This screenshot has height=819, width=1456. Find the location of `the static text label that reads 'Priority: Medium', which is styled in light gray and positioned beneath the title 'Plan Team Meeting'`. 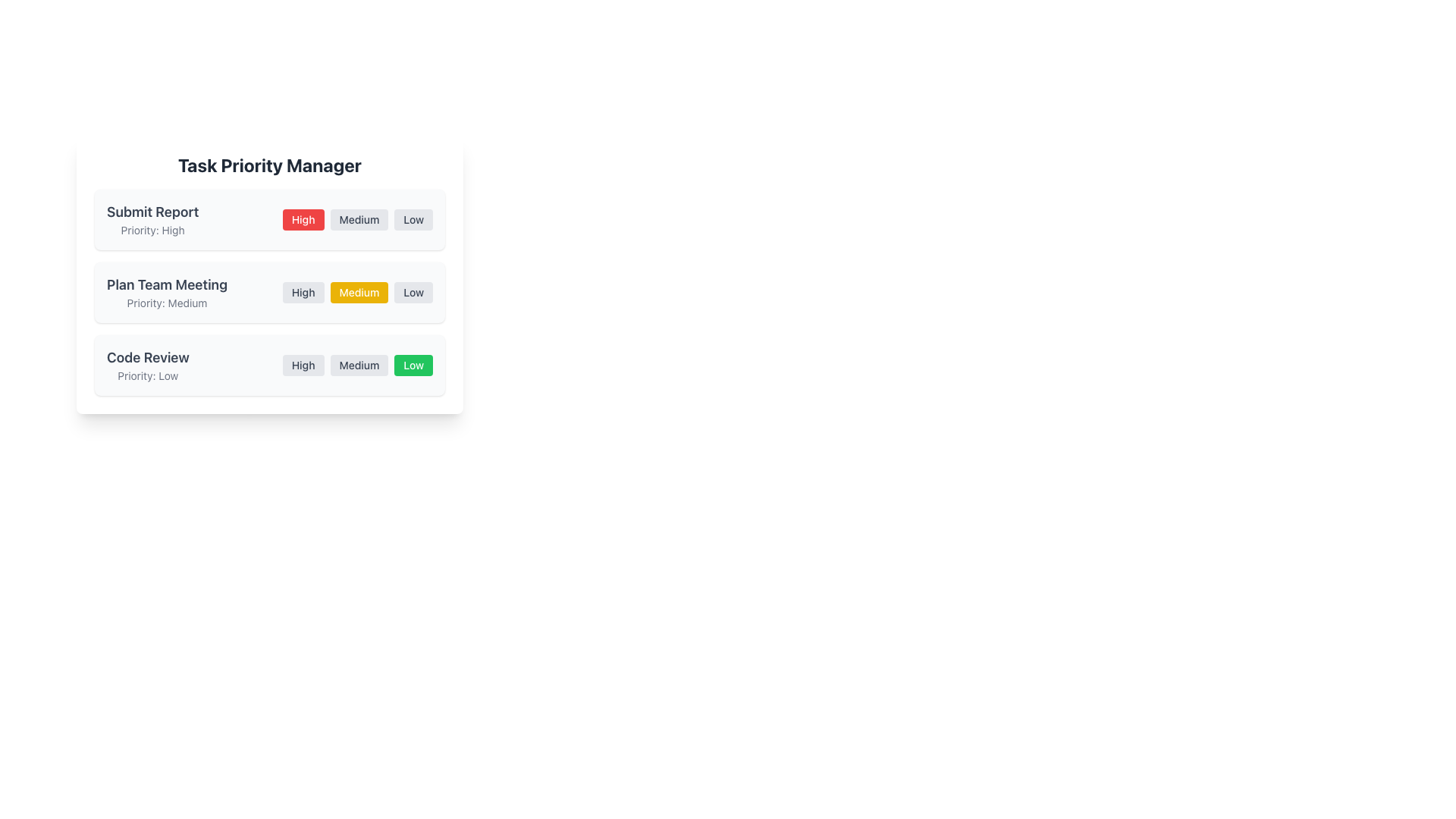

the static text label that reads 'Priority: Medium', which is styled in light gray and positioned beneath the title 'Plan Team Meeting' is located at coordinates (167, 303).